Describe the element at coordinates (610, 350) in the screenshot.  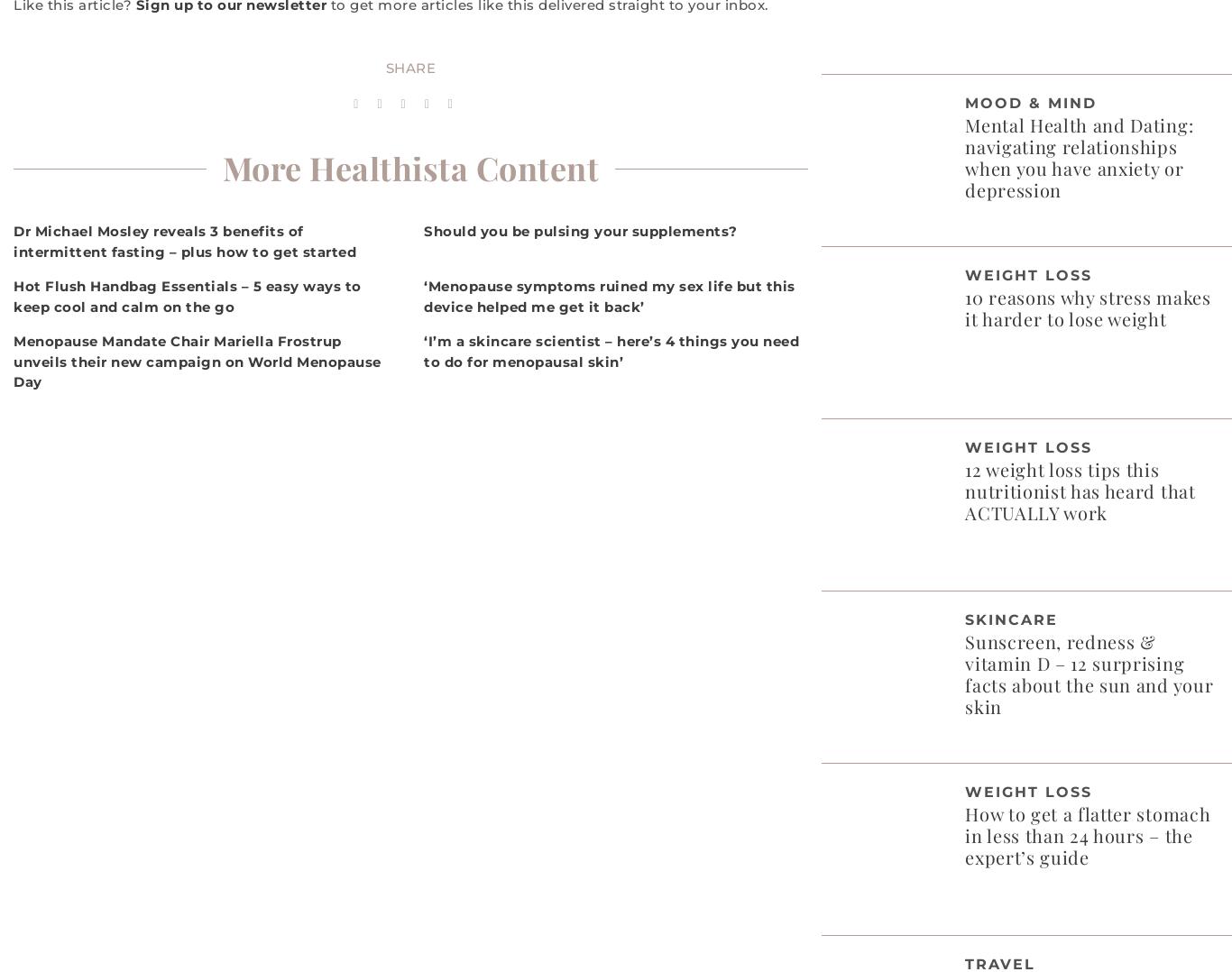
I see `'‘I’m a skincare scientist – here’s 4 things you need to do for menopausal skin’'` at that location.